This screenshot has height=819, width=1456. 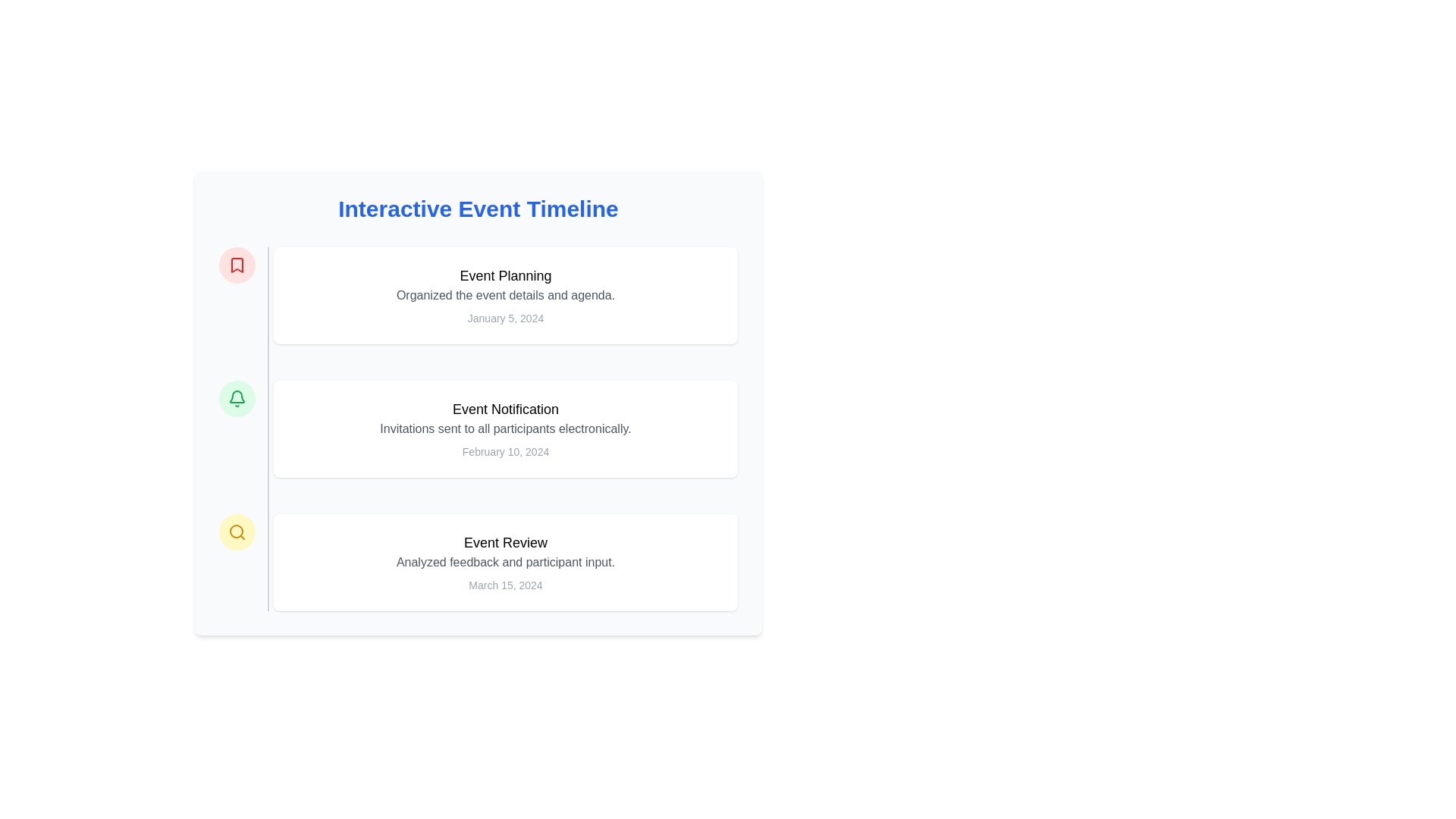 I want to click on text content of the informational card that provides details about a specific event, including its title, description, and date, positioned as the first entry in a vertically stacked list, so click(x=506, y=295).